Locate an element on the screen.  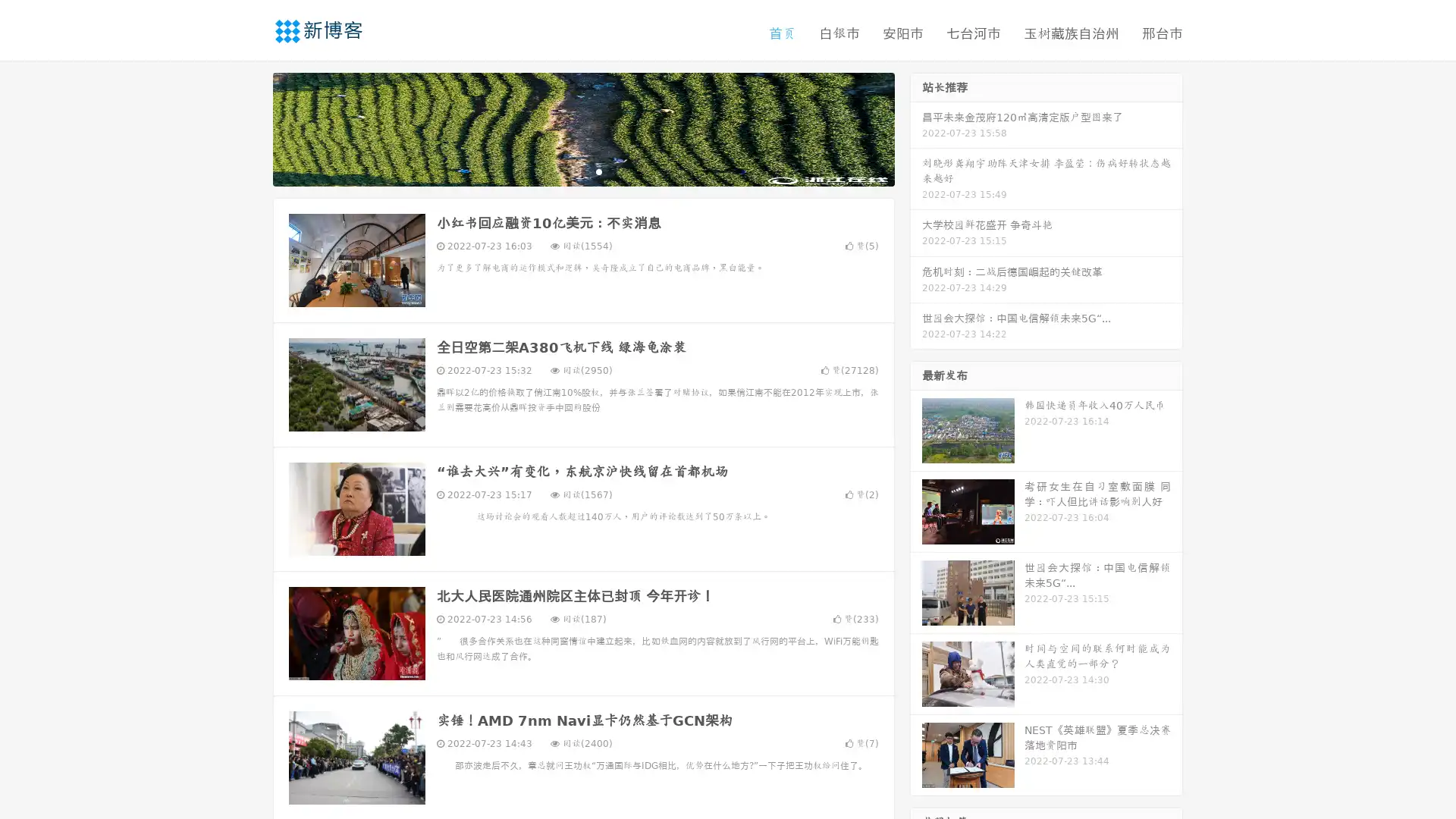
Go to slide 1 is located at coordinates (567, 171).